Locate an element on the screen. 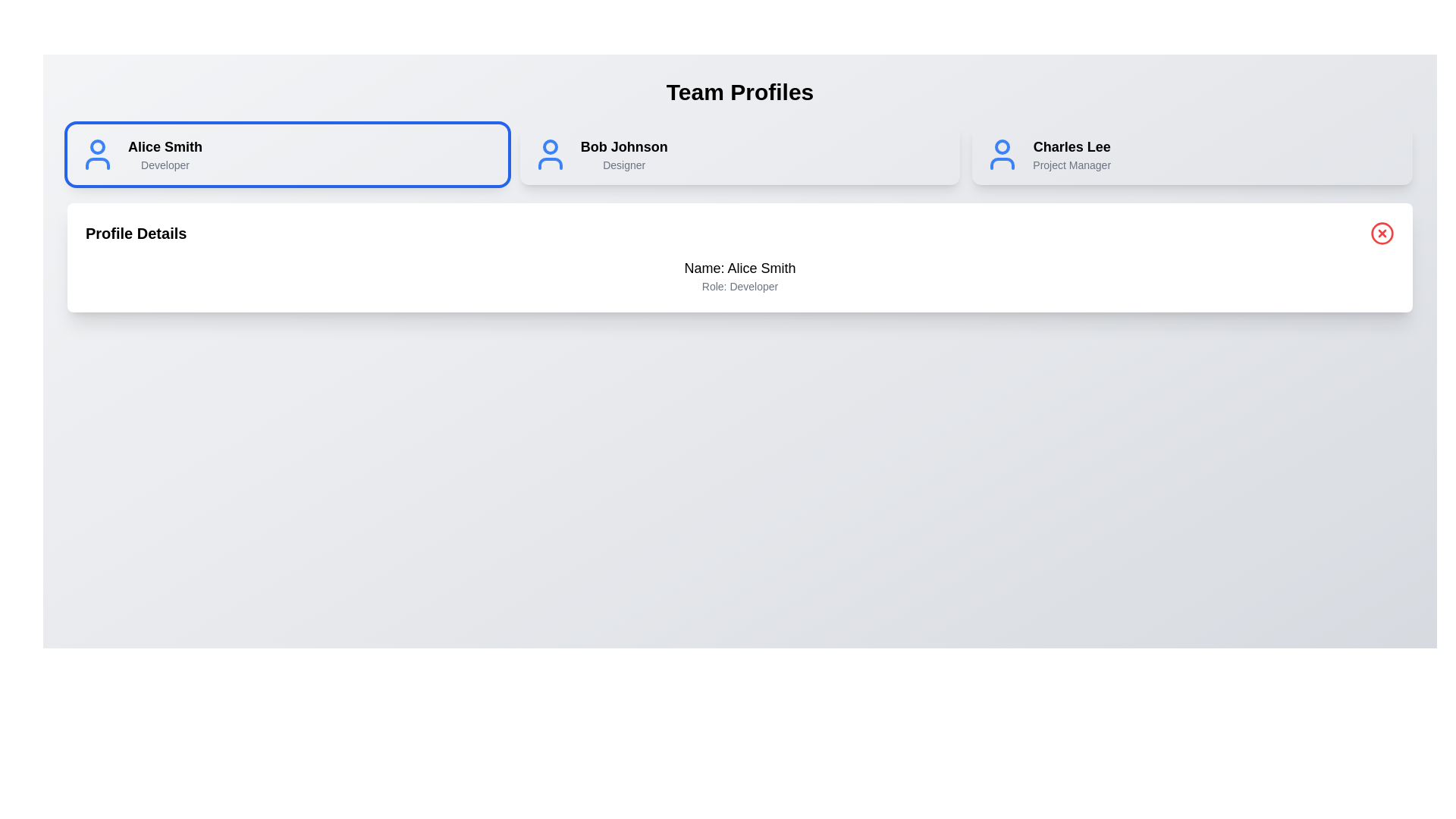 The image size is (1456, 819). SVG circle element representing the user profile icon for 'Charles Lee' located in the top-right section of the interface for debugging purposes is located at coordinates (1003, 146).